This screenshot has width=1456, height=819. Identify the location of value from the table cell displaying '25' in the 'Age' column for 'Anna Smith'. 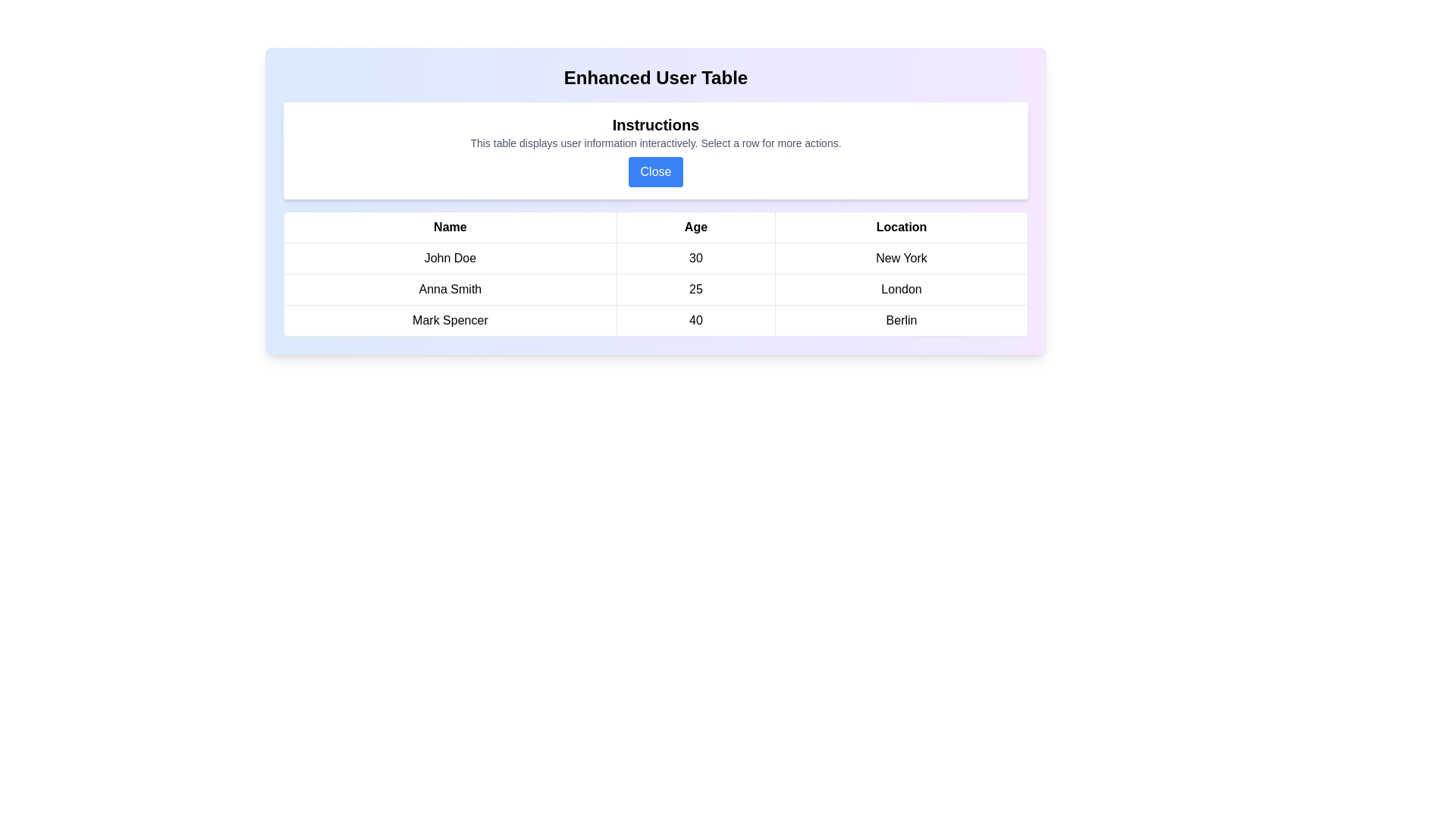
(695, 289).